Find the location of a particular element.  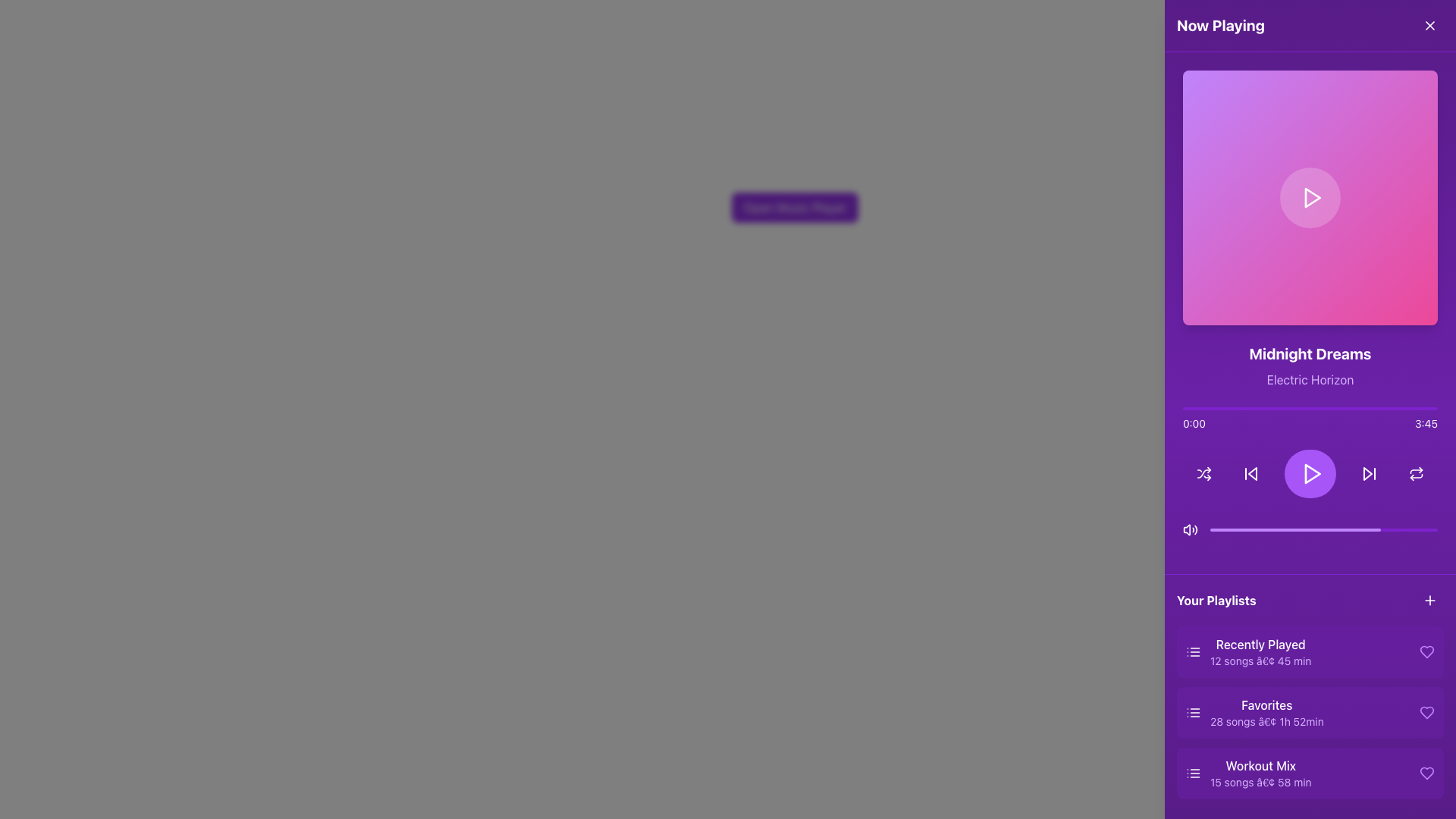

the playback progress is located at coordinates (1306, 529).